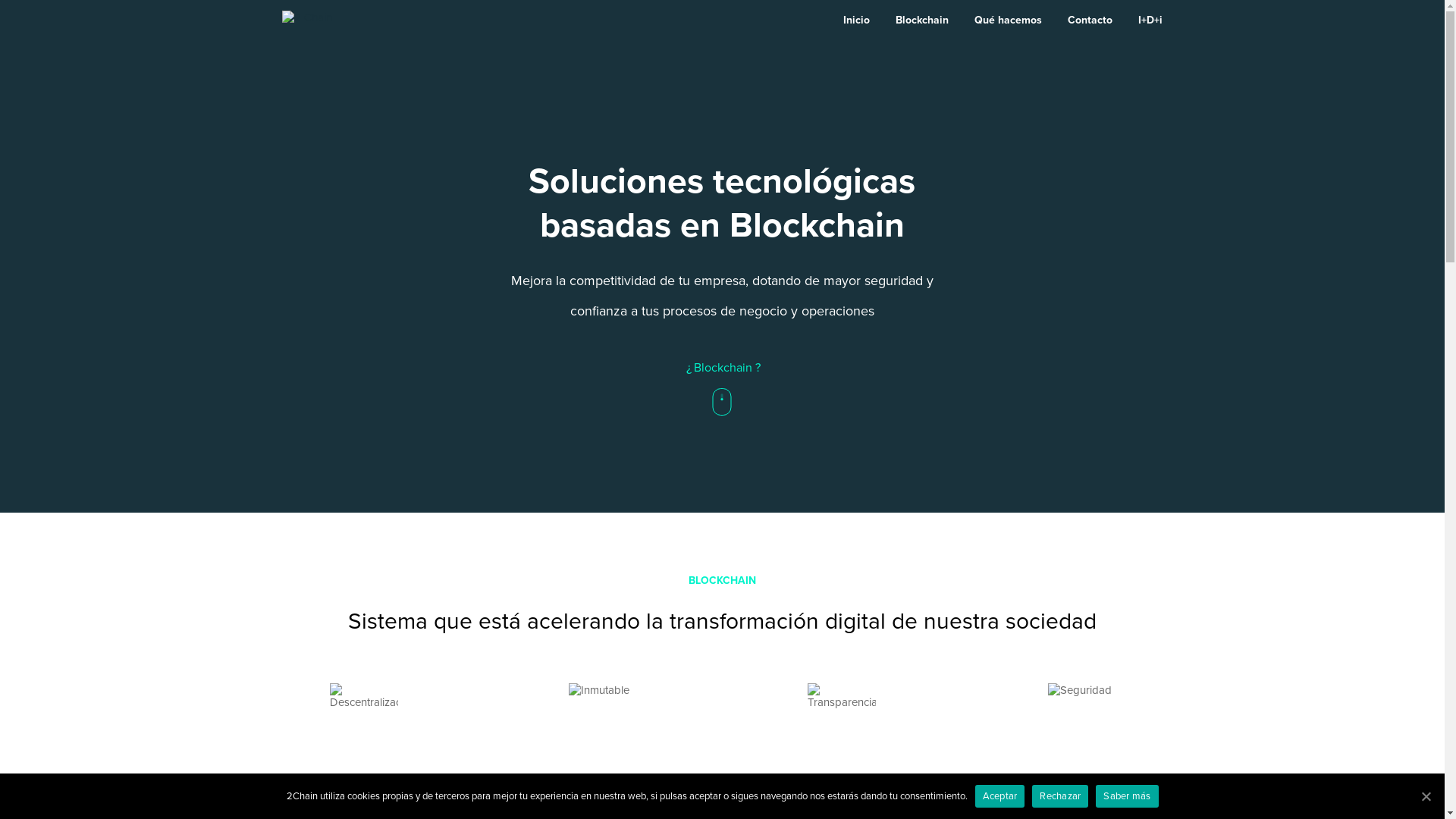 The image size is (1456, 819). What do you see at coordinates (1150, 20) in the screenshot?
I see `'I+D+i'` at bounding box center [1150, 20].